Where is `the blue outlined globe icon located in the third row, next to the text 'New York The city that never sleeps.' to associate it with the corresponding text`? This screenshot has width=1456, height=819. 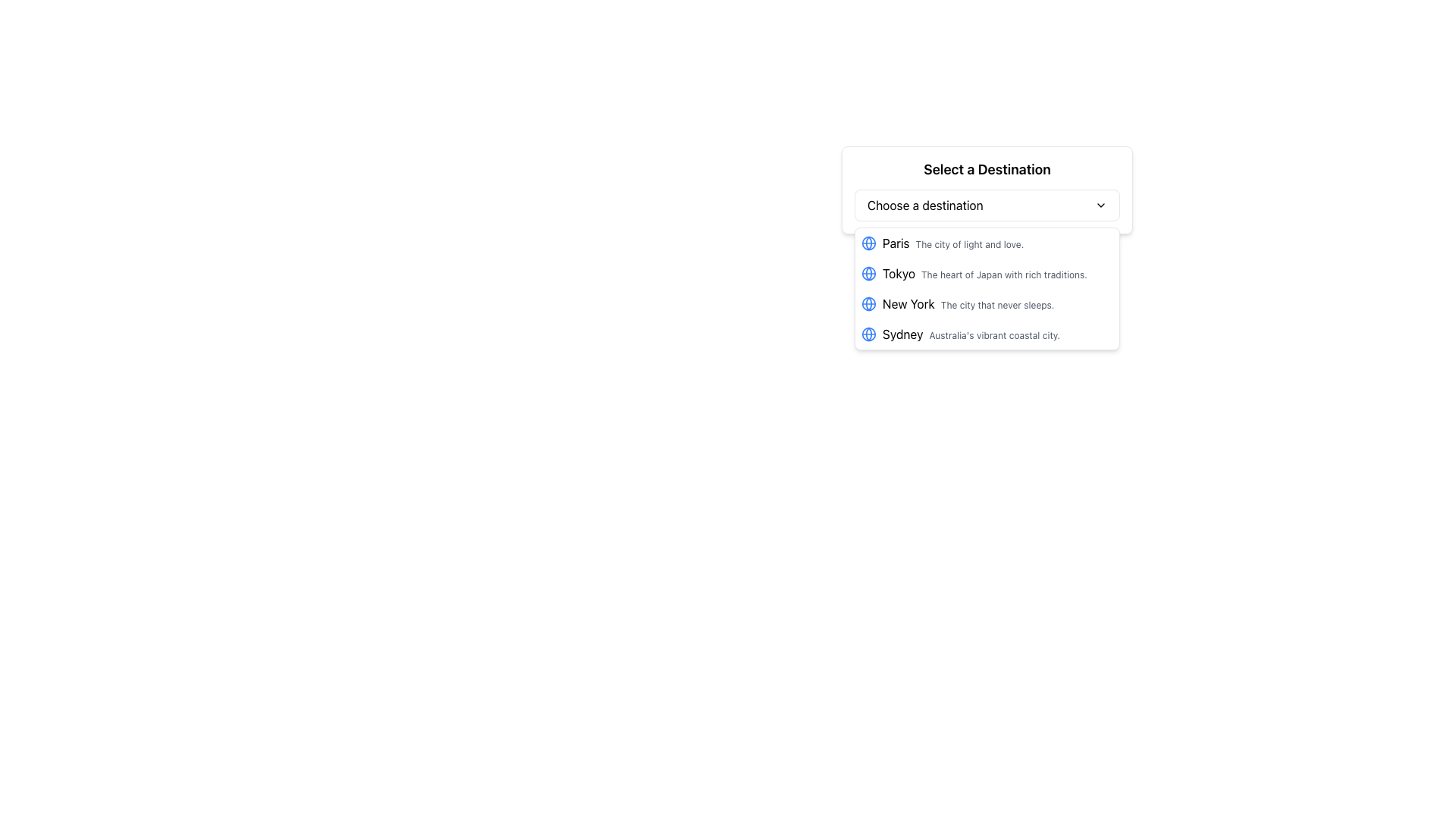 the blue outlined globe icon located in the third row, next to the text 'New York The city that never sleeps.' to associate it with the corresponding text is located at coordinates (869, 304).